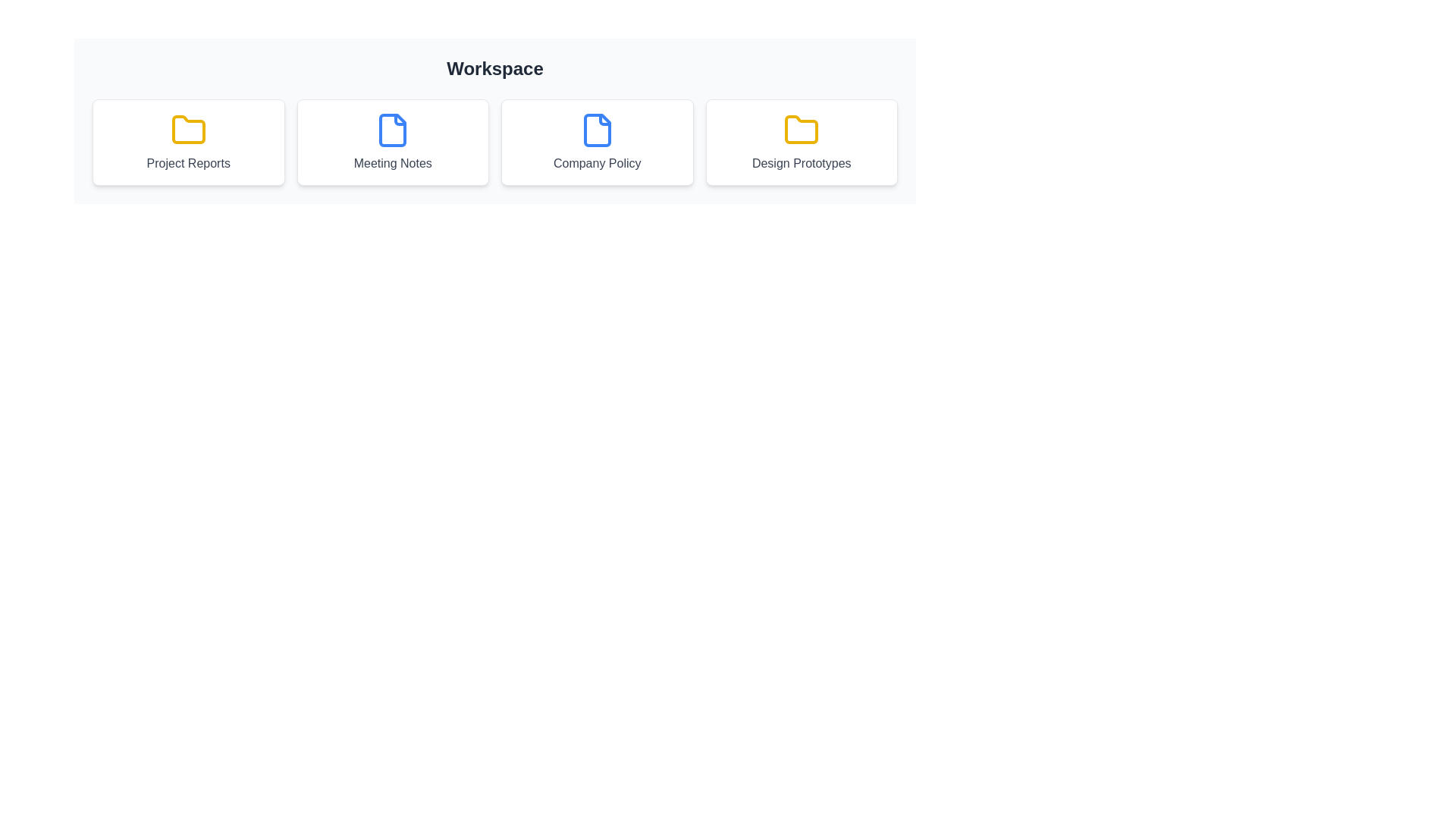 Image resolution: width=1456 pixels, height=819 pixels. What do you see at coordinates (801, 143) in the screenshot?
I see `the 'Design Prototypes' card, which is a rectangular card with a white background and a yellow folder icon at the top center, located` at bounding box center [801, 143].